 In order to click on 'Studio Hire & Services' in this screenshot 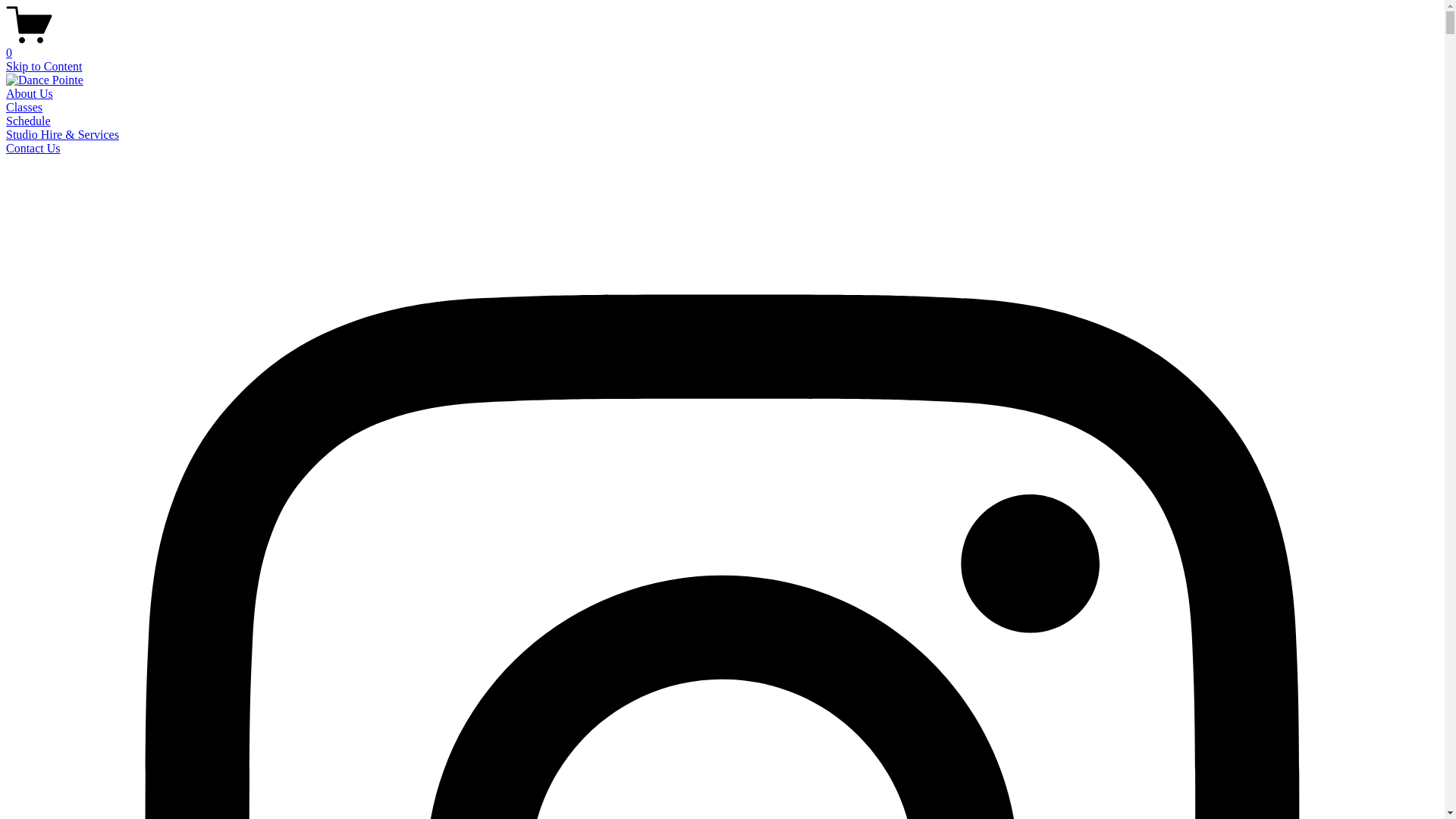, I will do `click(61, 133)`.